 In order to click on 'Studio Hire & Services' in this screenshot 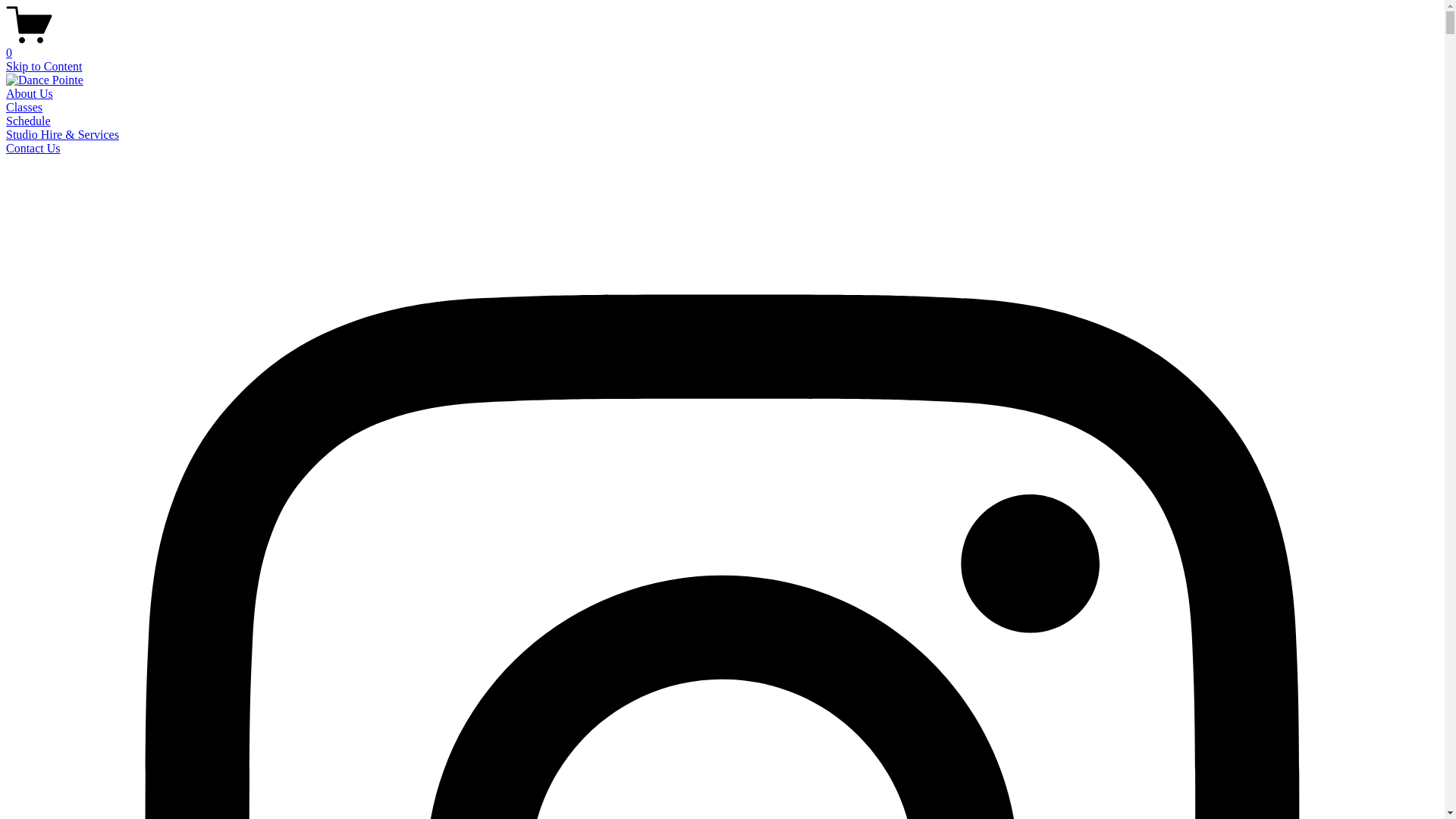, I will do `click(61, 133)`.